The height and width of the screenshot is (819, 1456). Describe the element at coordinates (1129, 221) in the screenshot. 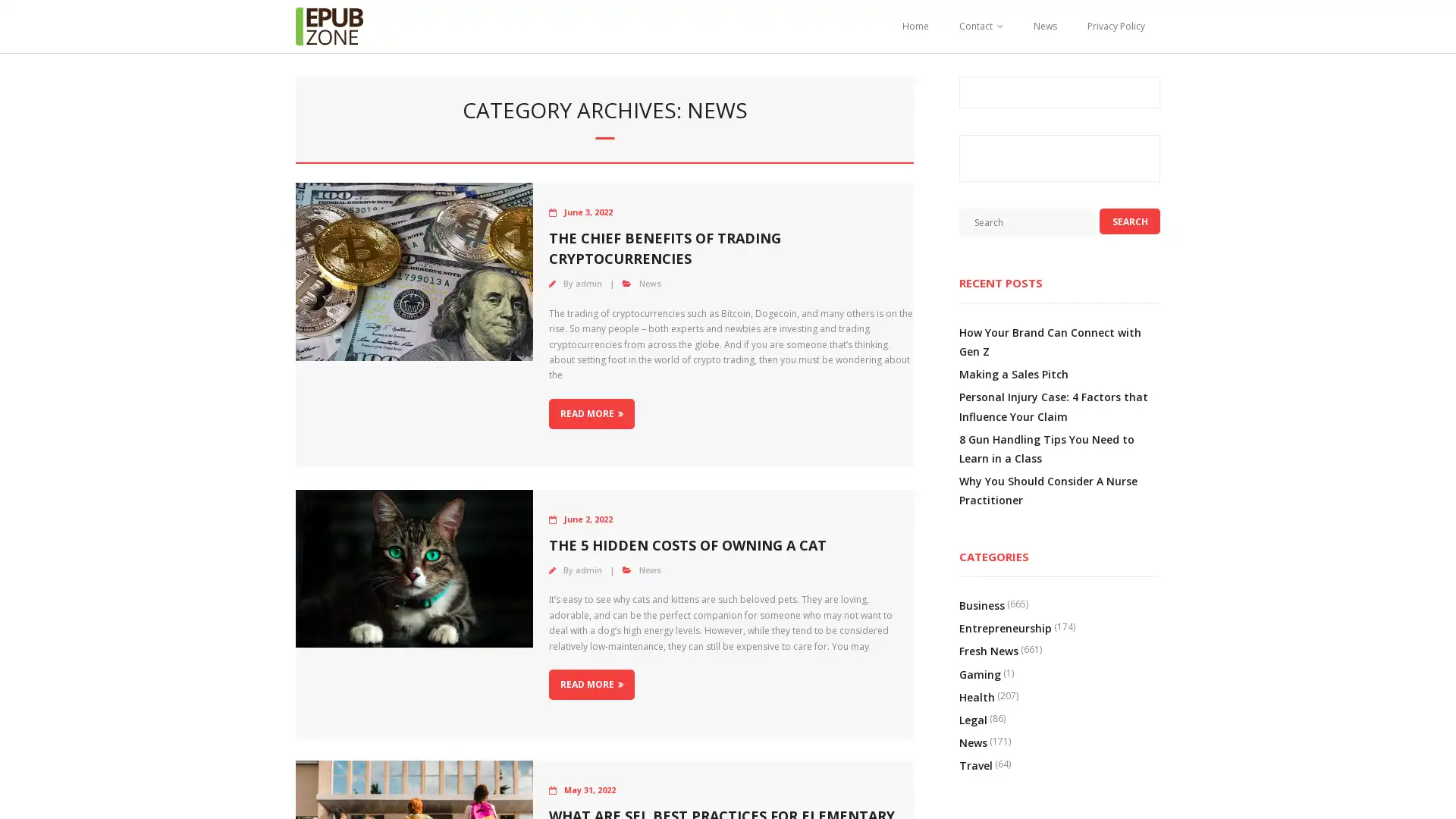

I see `Search` at that location.